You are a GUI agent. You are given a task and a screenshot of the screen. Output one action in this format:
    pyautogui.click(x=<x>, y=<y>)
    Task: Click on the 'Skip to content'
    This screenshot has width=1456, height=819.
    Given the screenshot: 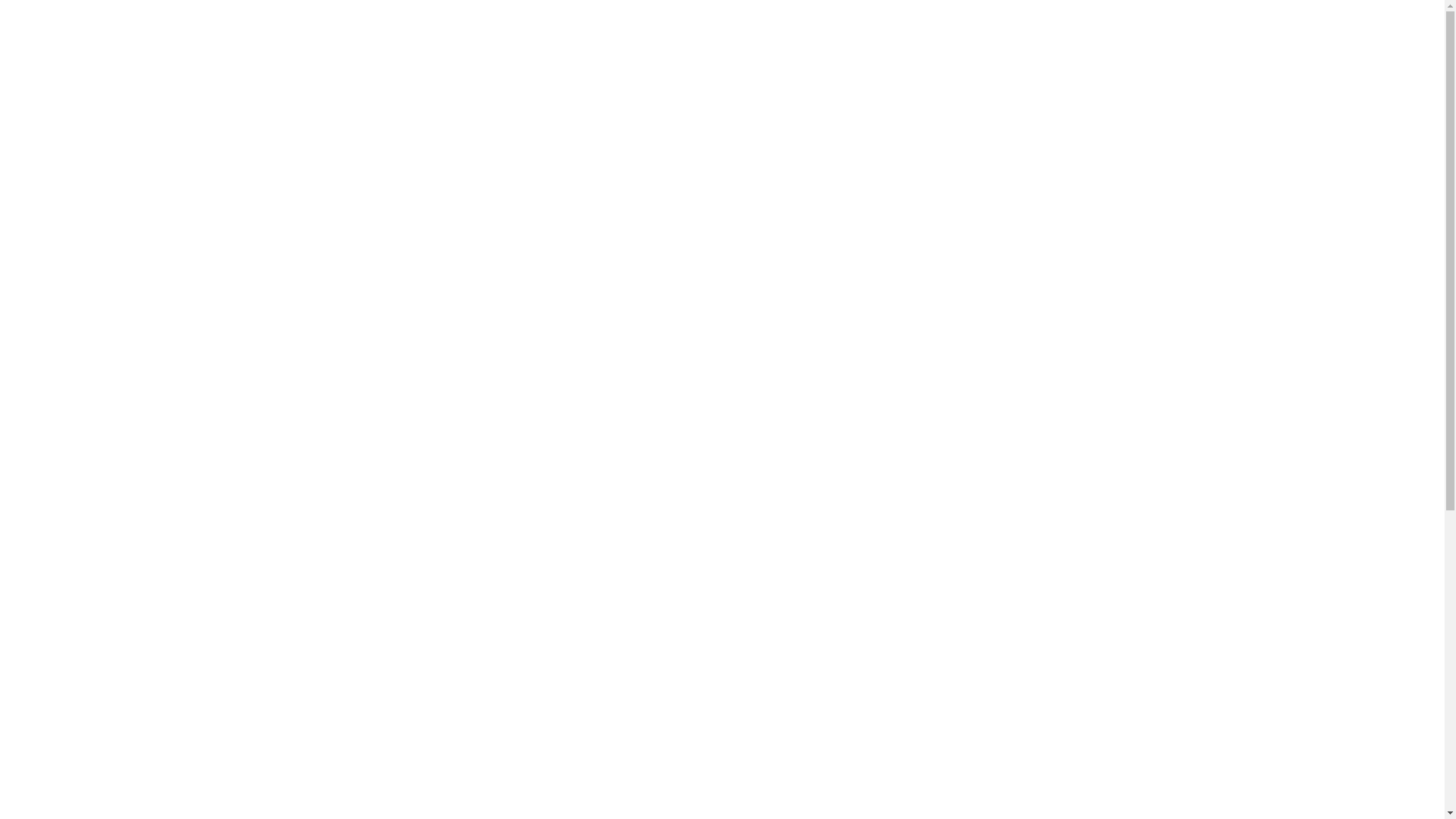 What is the action you would take?
    pyautogui.click(x=5, y=5)
    